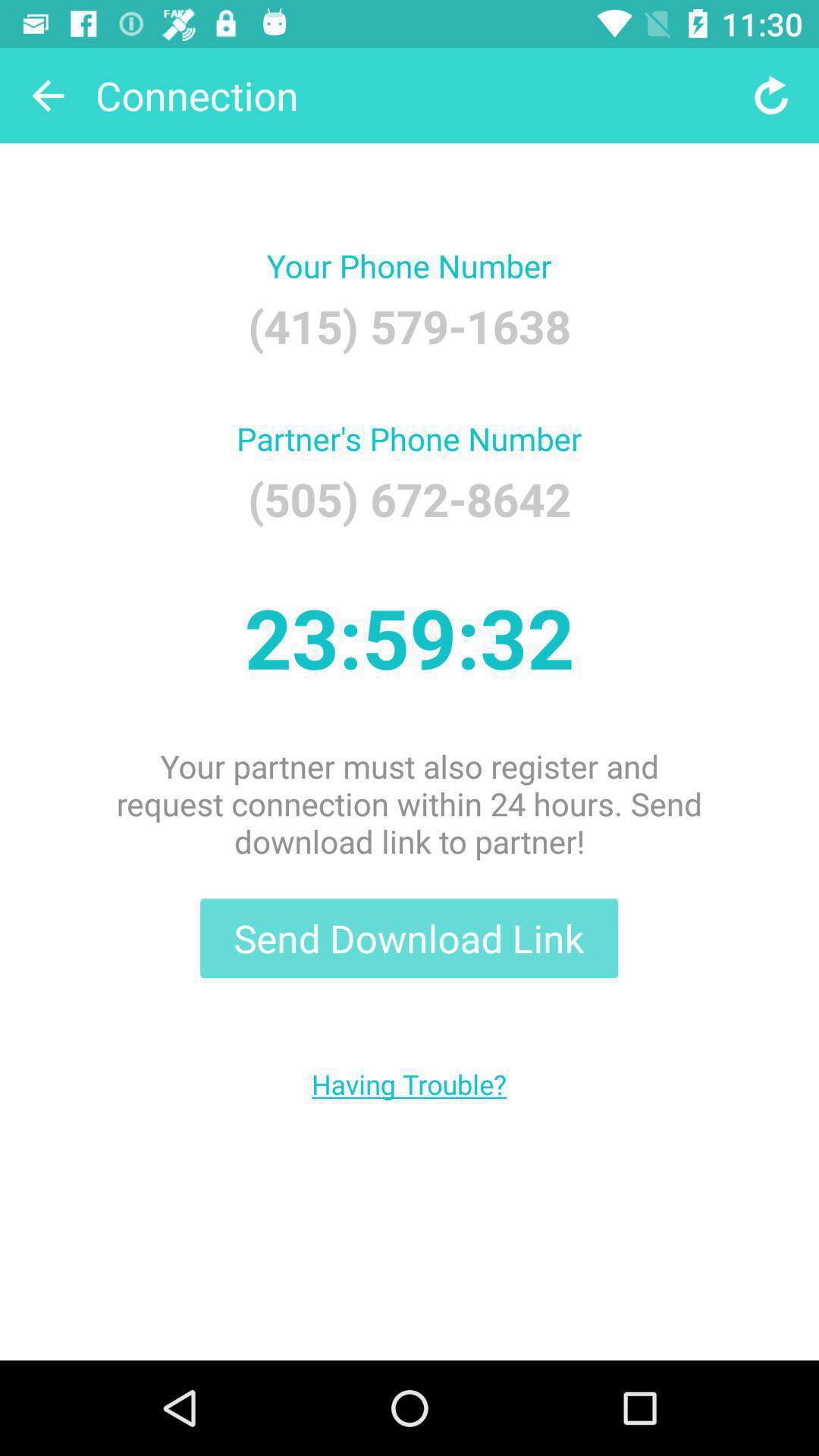  Describe the element at coordinates (408, 1083) in the screenshot. I see `item below send download link item` at that location.